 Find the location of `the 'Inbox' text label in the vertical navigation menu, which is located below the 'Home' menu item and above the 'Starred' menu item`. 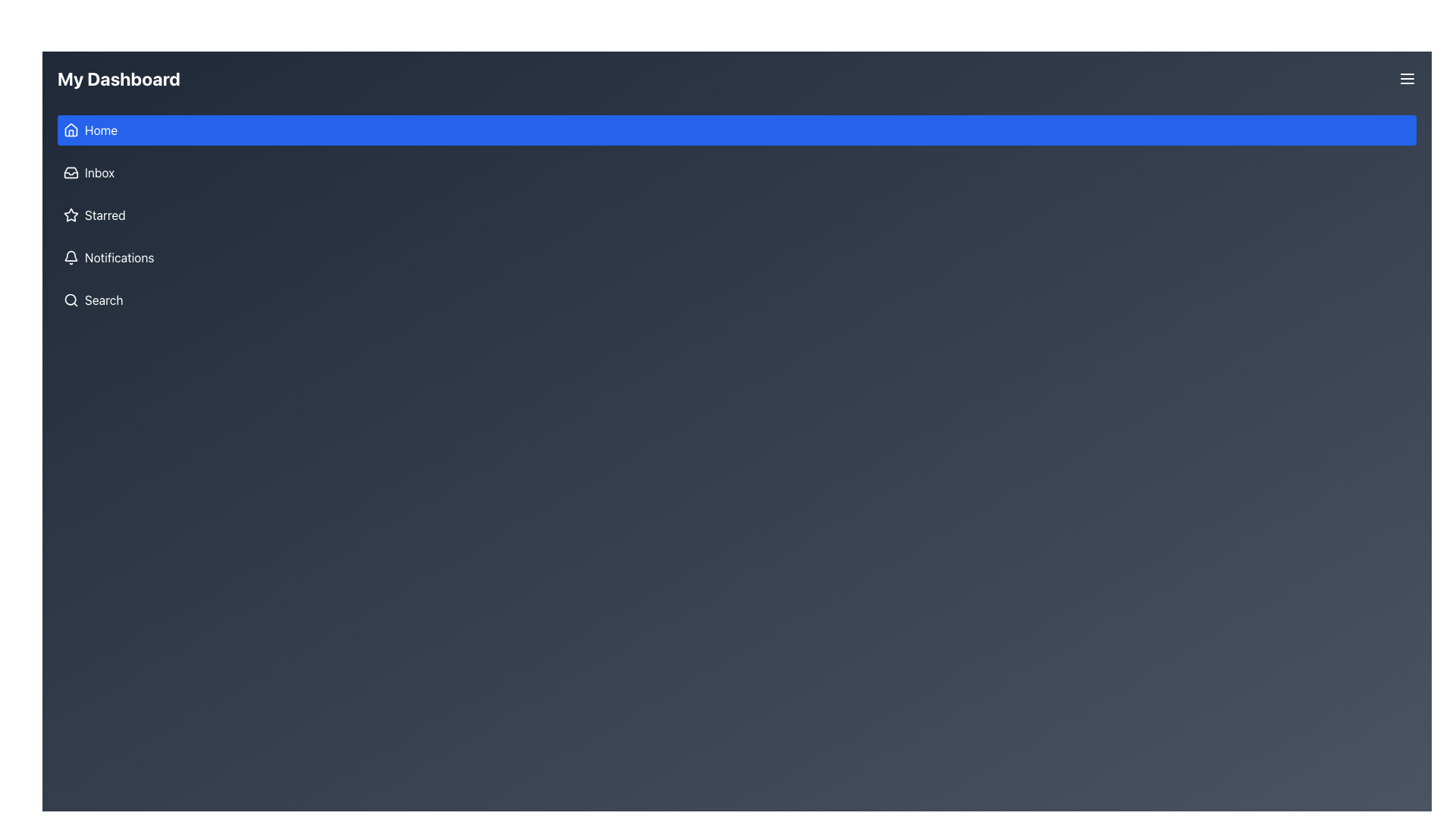

the 'Inbox' text label in the vertical navigation menu, which is located below the 'Home' menu item and above the 'Starred' menu item is located at coordinates (99, 171).